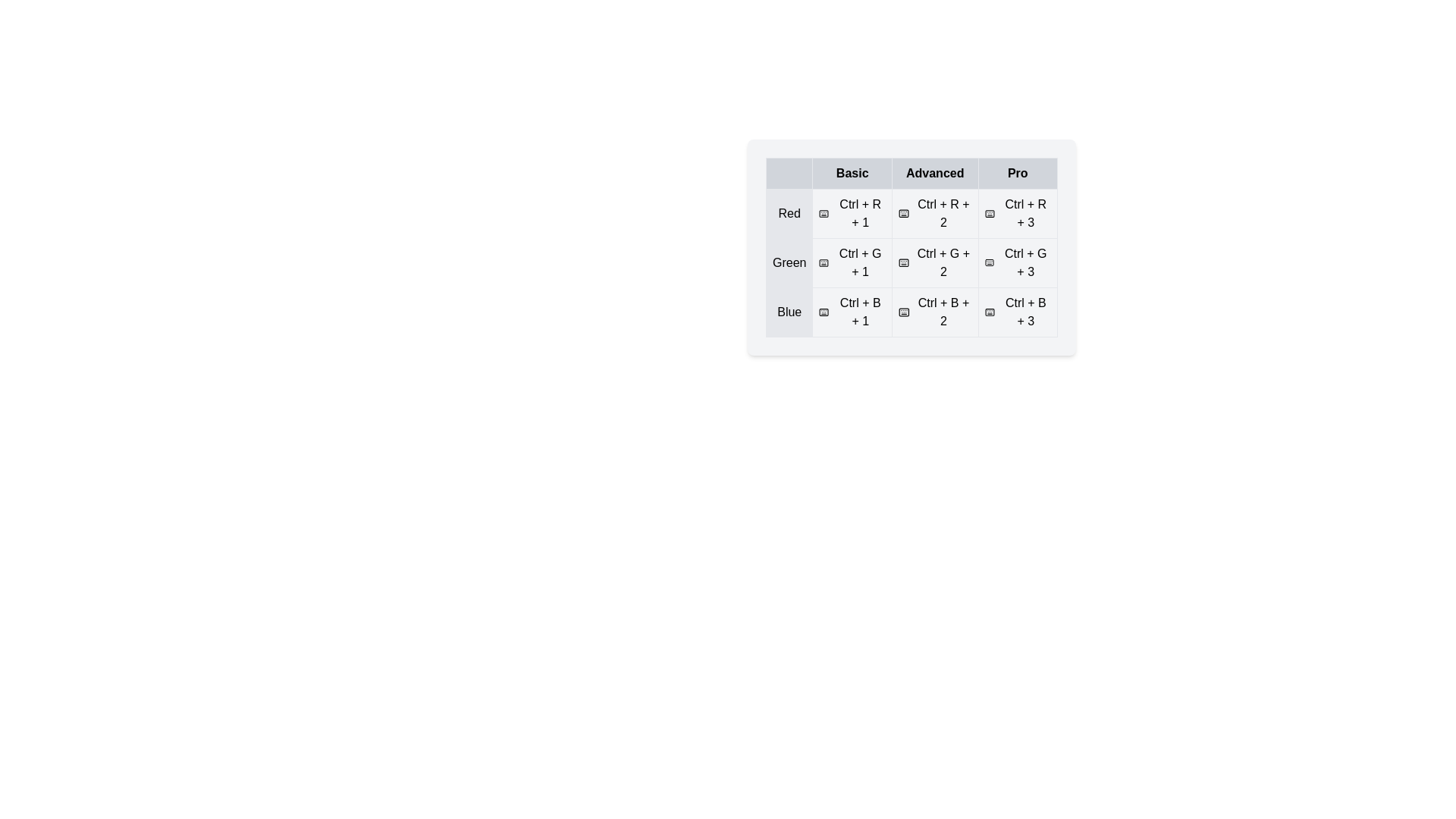  What do you see at coordinates (789, 262) in the screenshot?
I see `the label in the second row and first column of the tabular layout, which serves as a descriptor for a category or section` at bounding box center [789, 262].